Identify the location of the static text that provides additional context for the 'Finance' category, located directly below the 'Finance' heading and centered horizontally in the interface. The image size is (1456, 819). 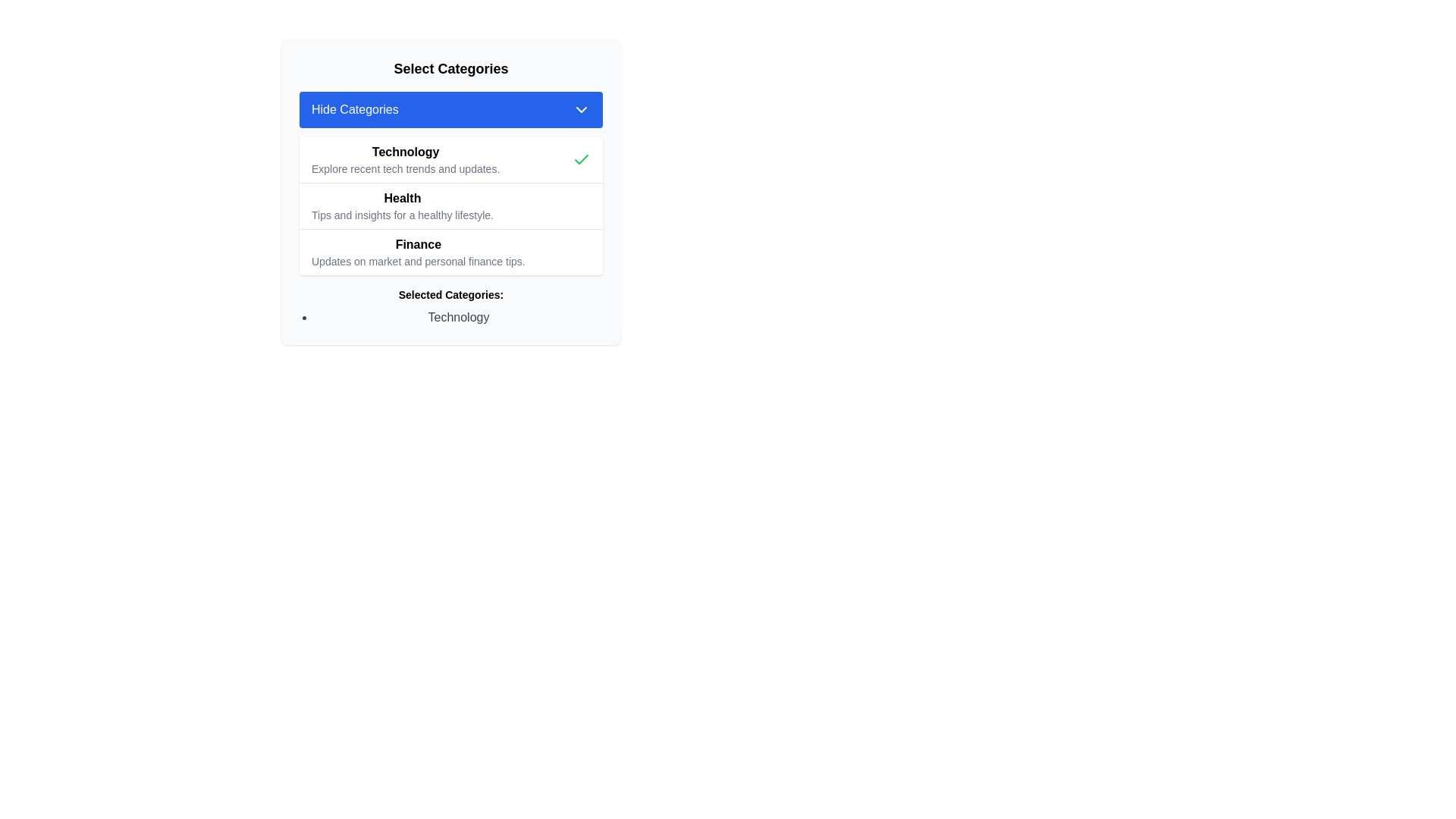
(418, 260).